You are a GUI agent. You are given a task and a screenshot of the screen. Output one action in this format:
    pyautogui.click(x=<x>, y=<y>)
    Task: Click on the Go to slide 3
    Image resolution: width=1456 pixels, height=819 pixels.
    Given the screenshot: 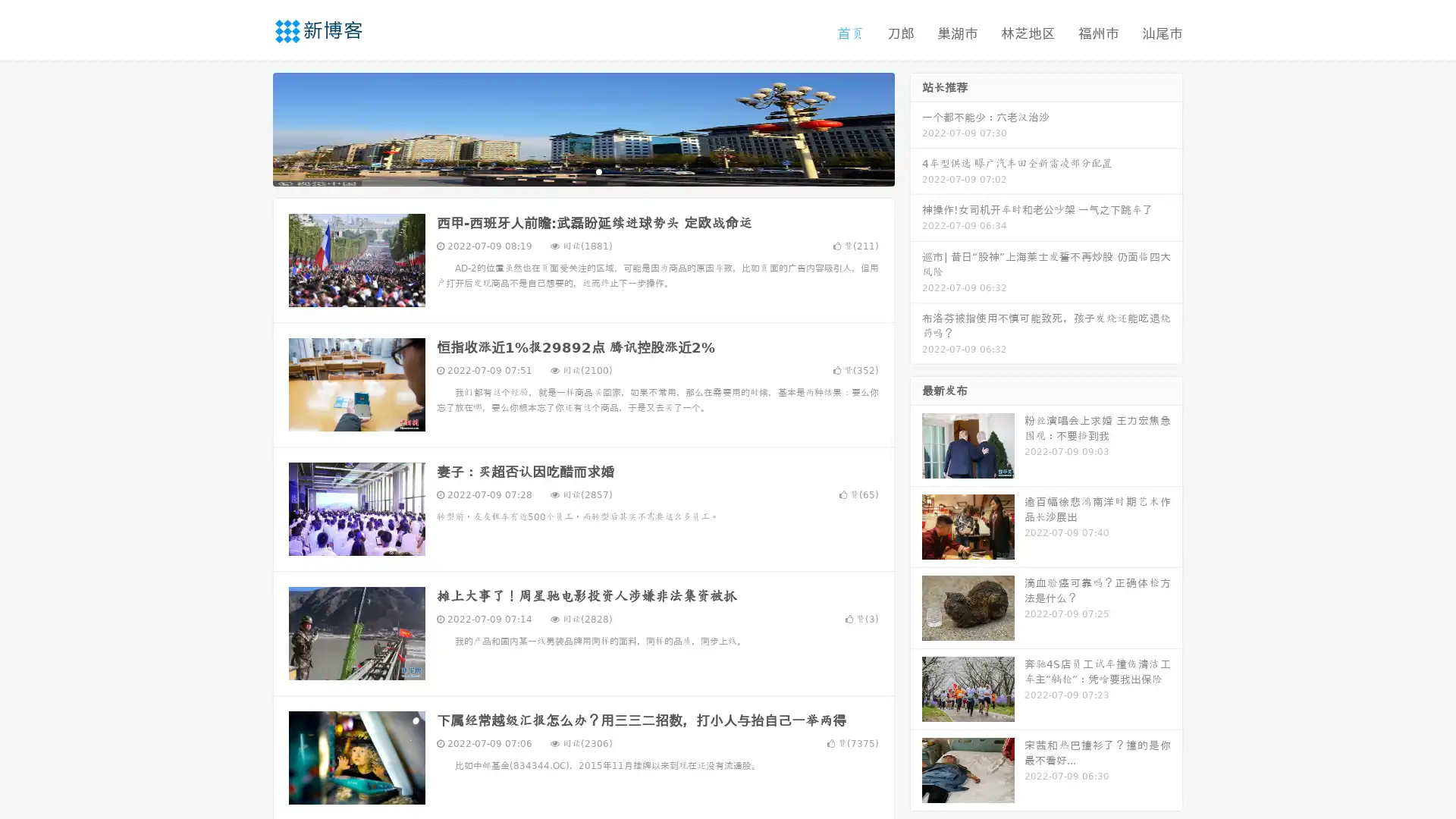 What is the action you would take?
    pyautogui.click(x=598, y=171)
    